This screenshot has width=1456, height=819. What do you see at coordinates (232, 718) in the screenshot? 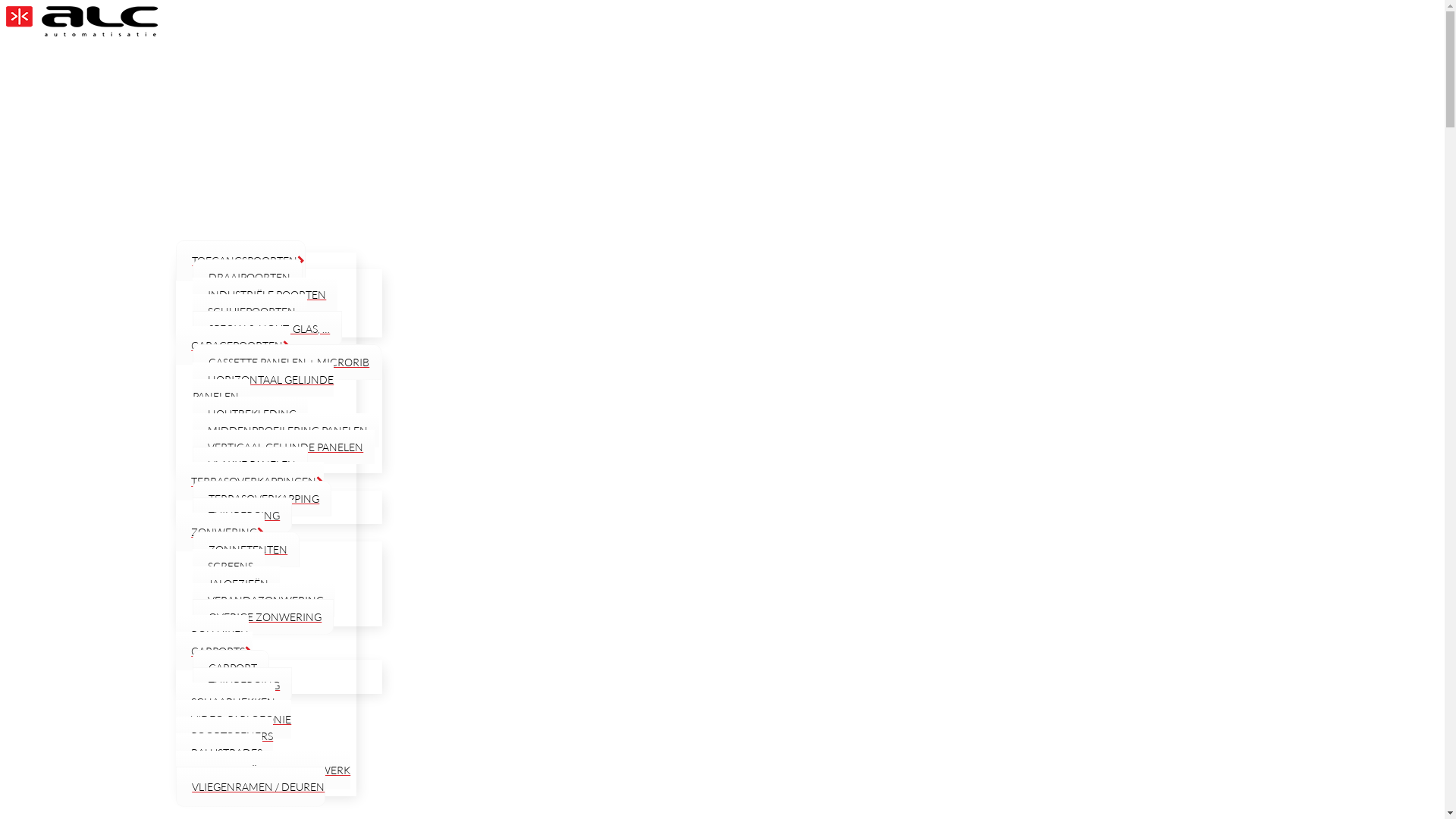
I see `'VIDEO-PARLOFONIE'` at bounding box center [232, 718].